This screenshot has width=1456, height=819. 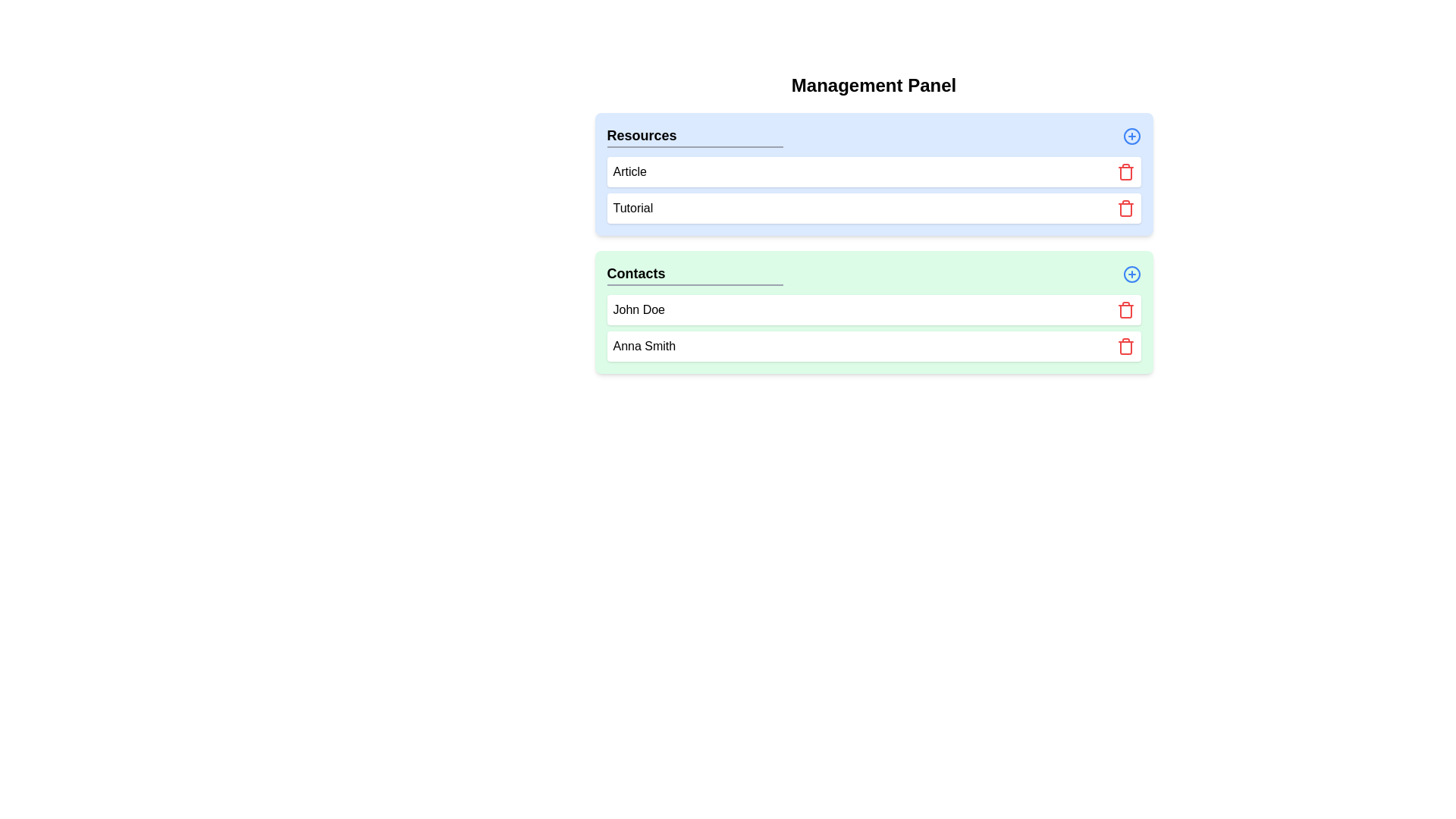 I want to click on '+' button for the category Contacts to add a new element, so click(x=1131, y=275).